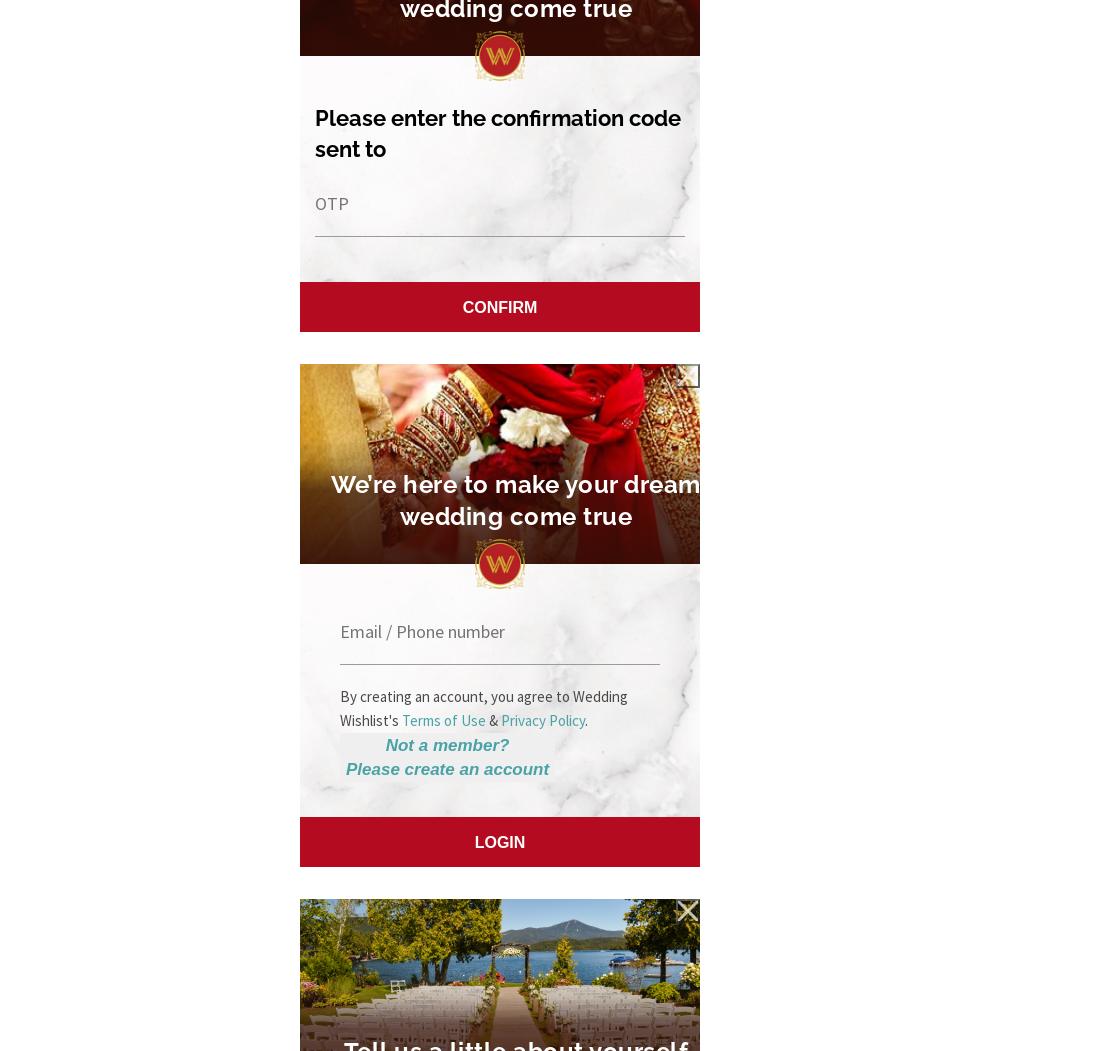 The image size is (1113, 1051). What do you see at coordinates (497, 131) in the screenshot?
I see `'Please enter the confirmation code sent to'` at bounding box center [497, 131].